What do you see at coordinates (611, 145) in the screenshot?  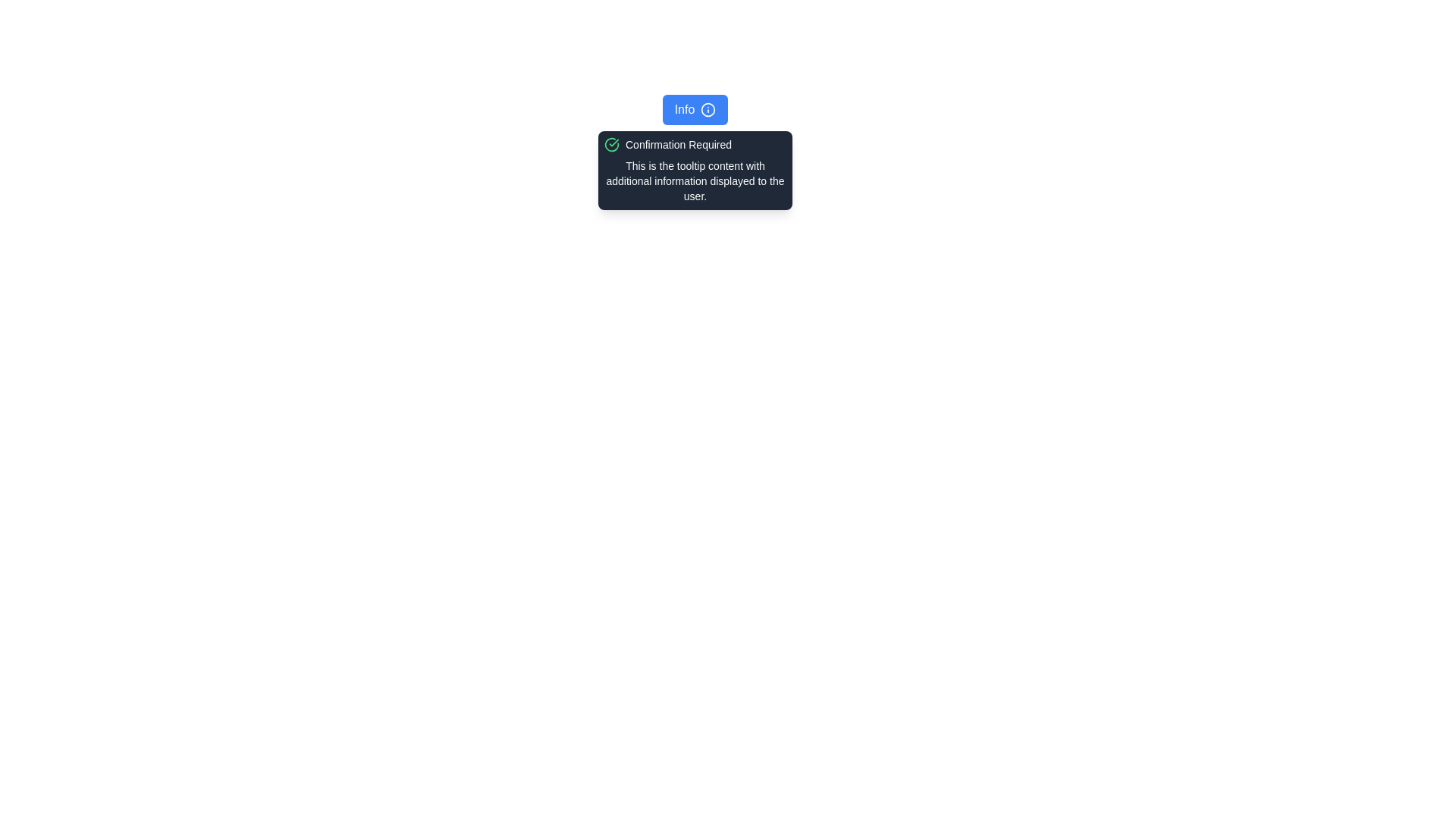 I see `visual confirmation icon located to the left of the text 'Confirmation Required'` at bounding box center [611, 145].